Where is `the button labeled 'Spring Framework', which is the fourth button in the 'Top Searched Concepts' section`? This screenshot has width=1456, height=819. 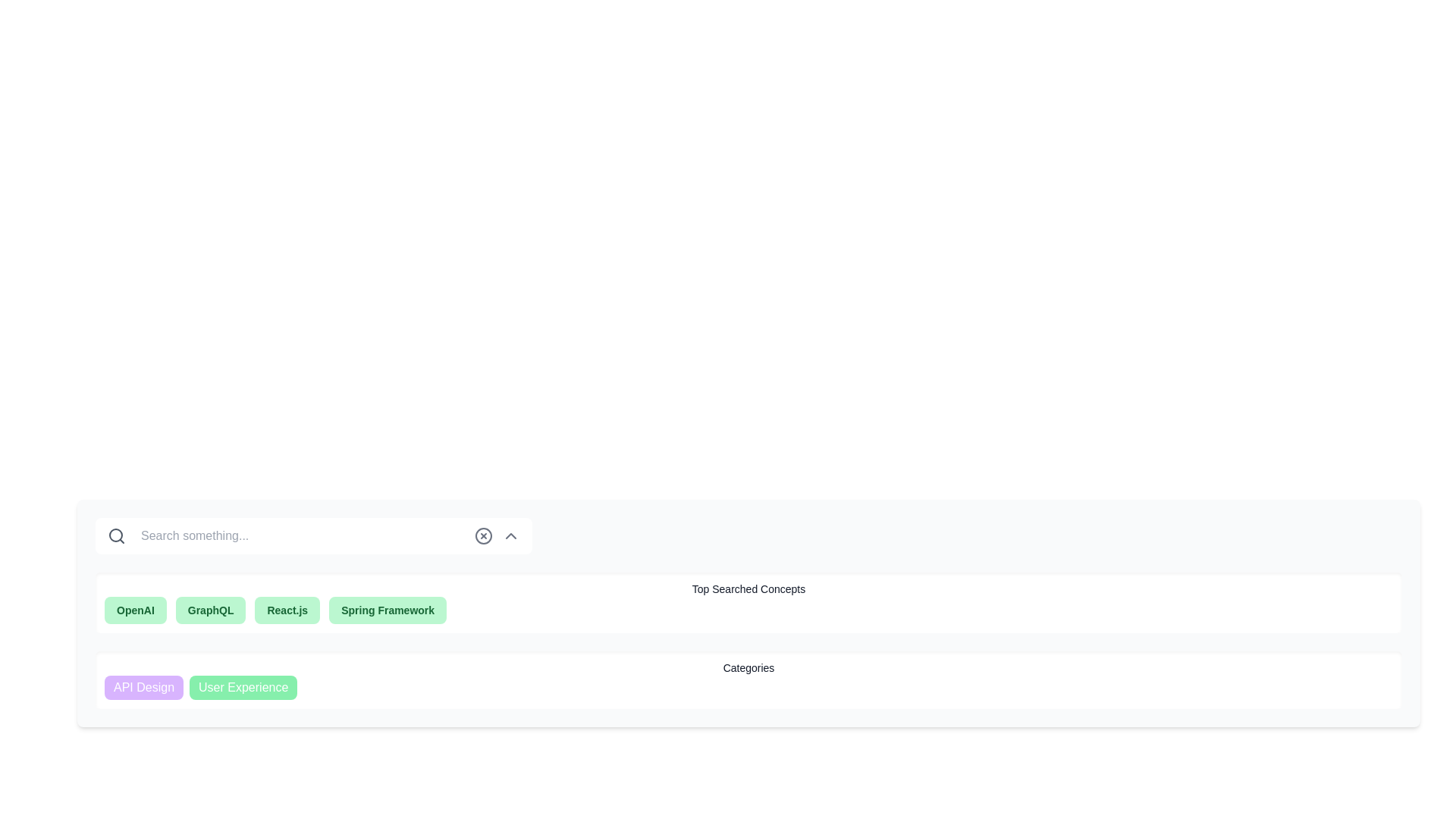
the button labeled 'Spring Framework', which is the fourth button in the 'Top Searched Concepts' section is located at coordinates (388, 610).